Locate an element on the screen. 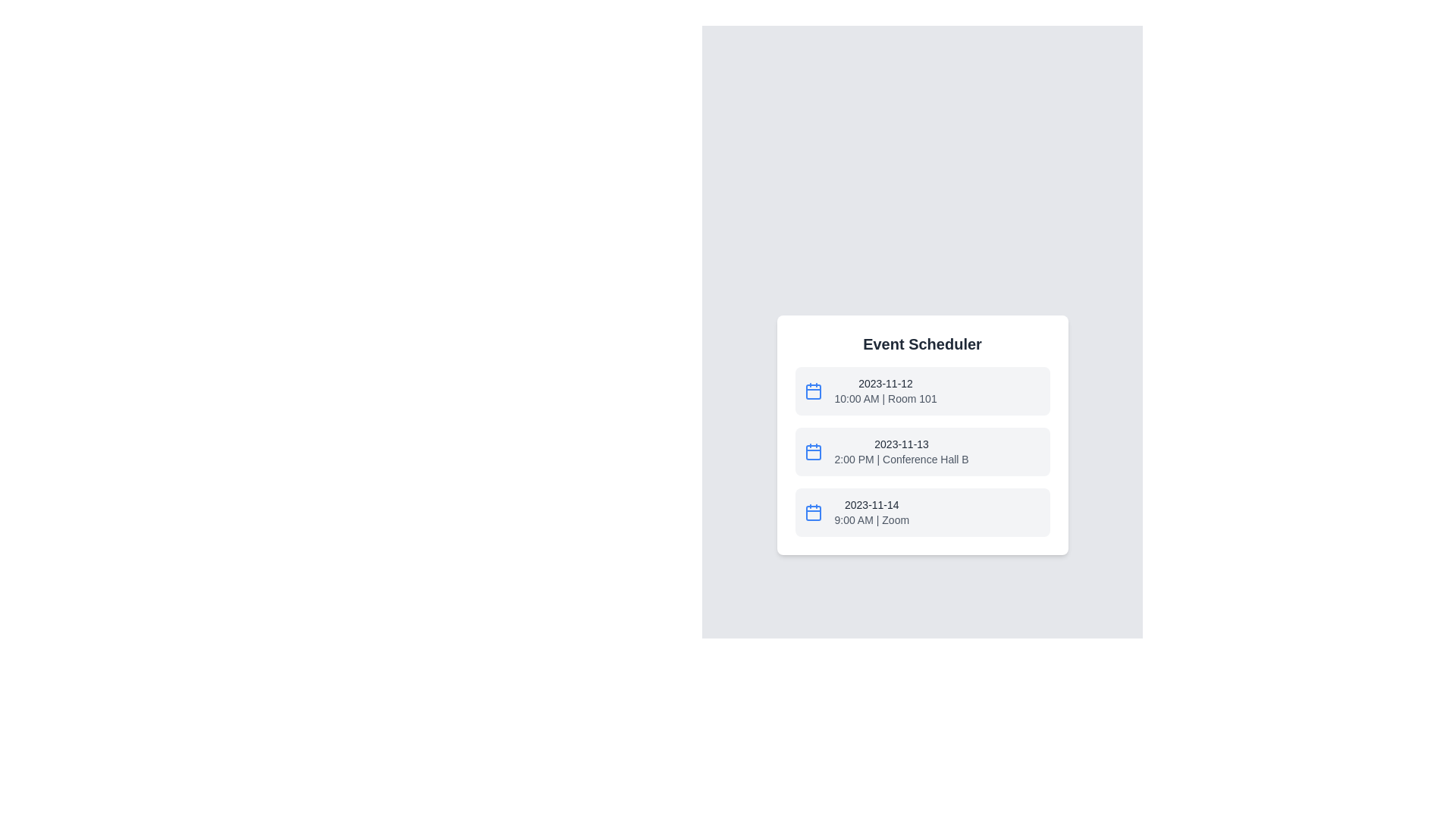 This screenshot has height=819, width=1456. the calendar icon located to the left of the text '2023-11-13 2:00 PM | Conference Hall B', which is the first icon in the second event entry of the event scheduler interface is located at coordinates (812, 451).